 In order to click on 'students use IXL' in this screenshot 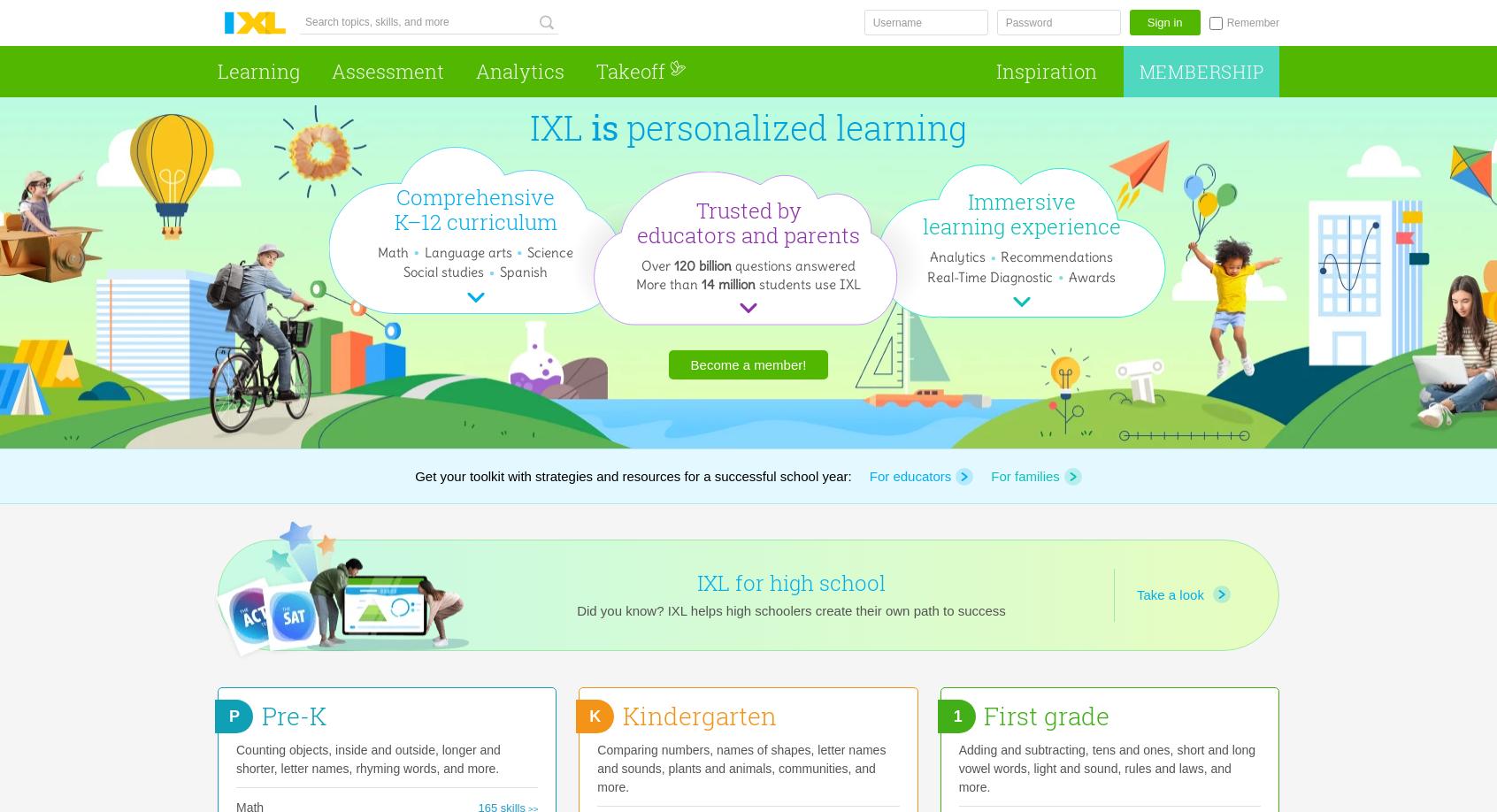, I will do `click(807, 283)`.